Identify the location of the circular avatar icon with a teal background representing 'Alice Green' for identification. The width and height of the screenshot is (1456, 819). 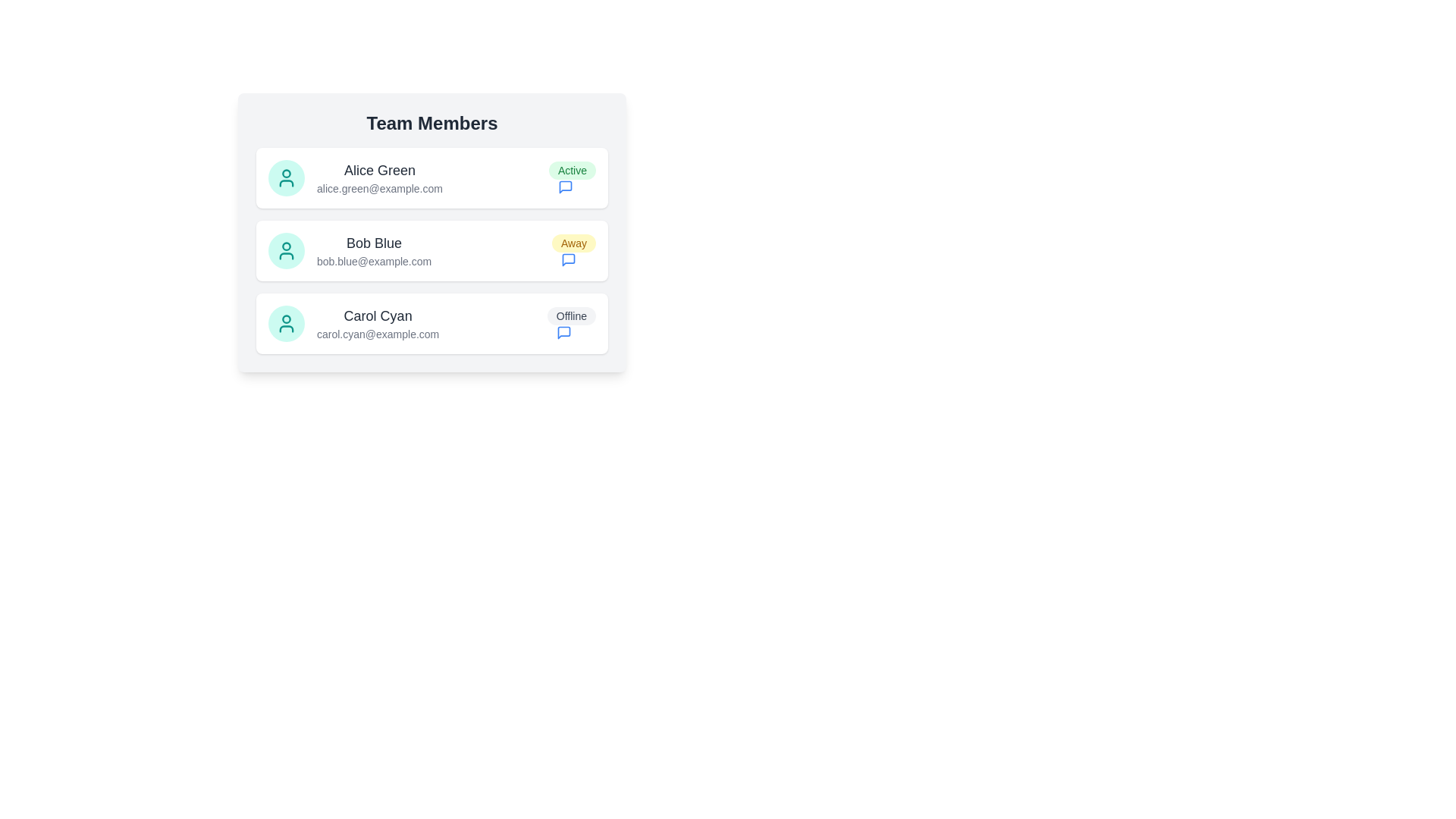
(287, 177).